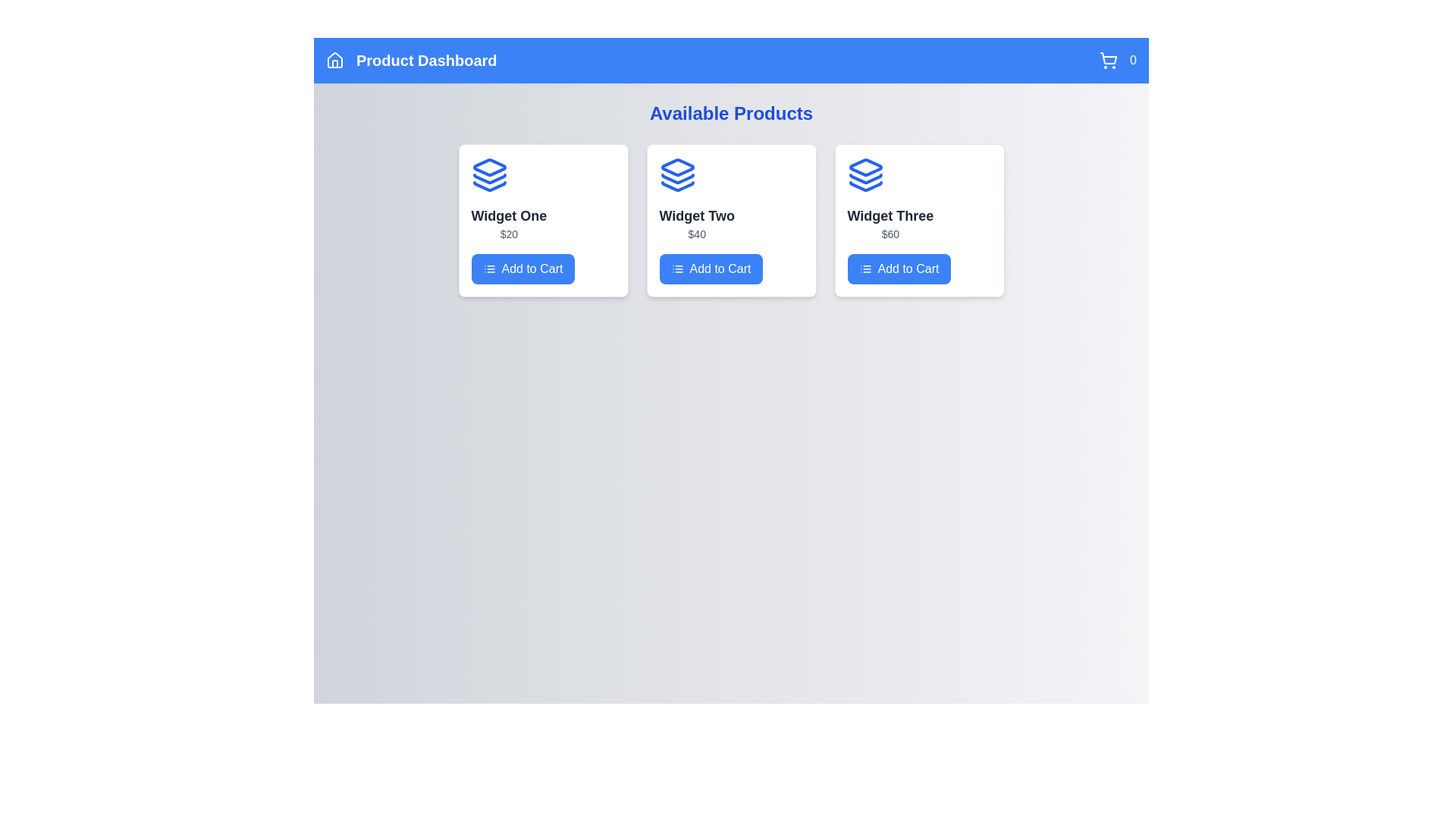  Describe the element at coordinates (676, 174) in the screenshot. I see `the icon representing 'Widget Two' located at the top of the second card under 'Available Products'` at that location.